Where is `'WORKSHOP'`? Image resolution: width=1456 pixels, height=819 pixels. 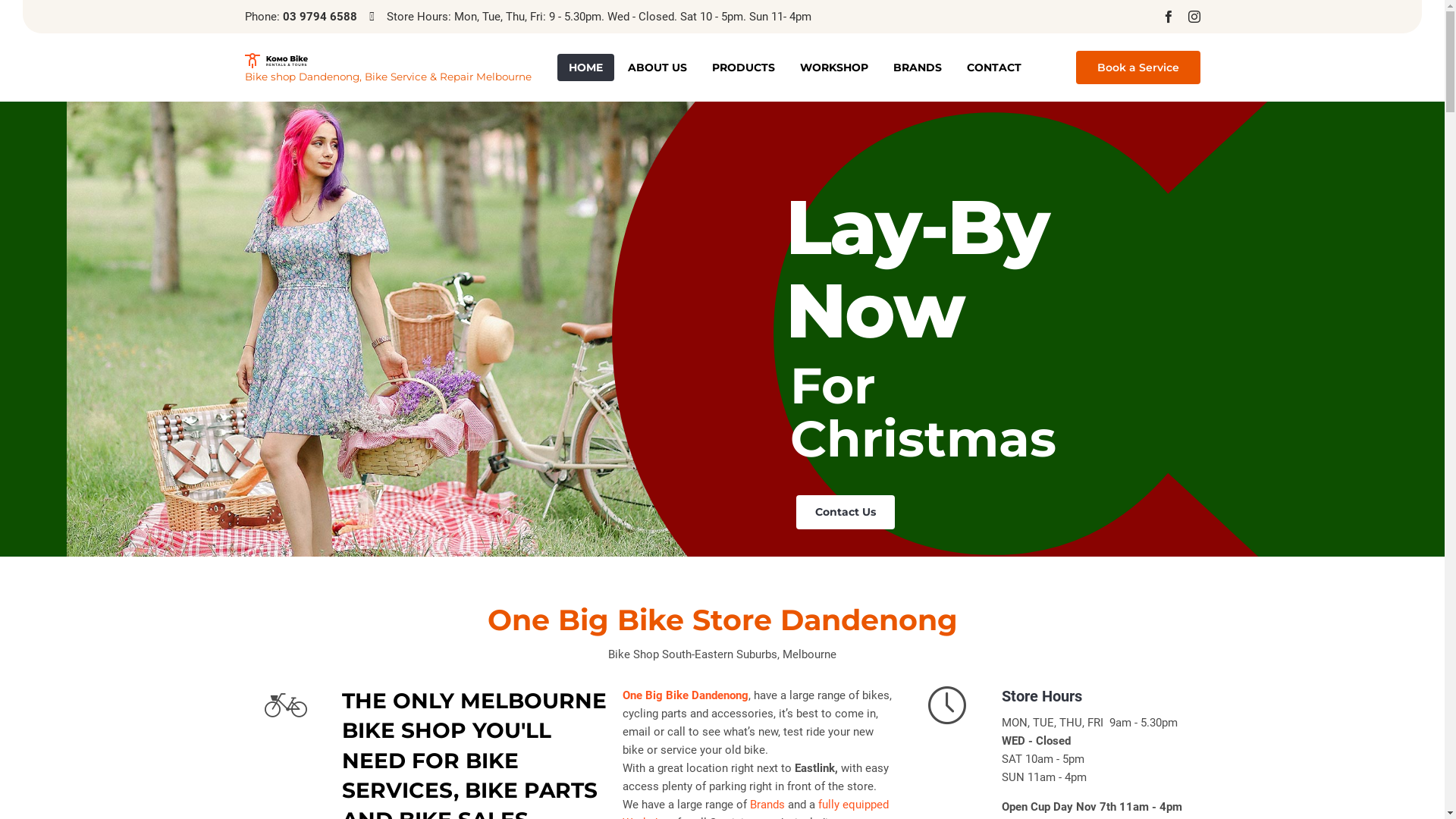
'WORKSHOP' is located at coordinates (833, 66).